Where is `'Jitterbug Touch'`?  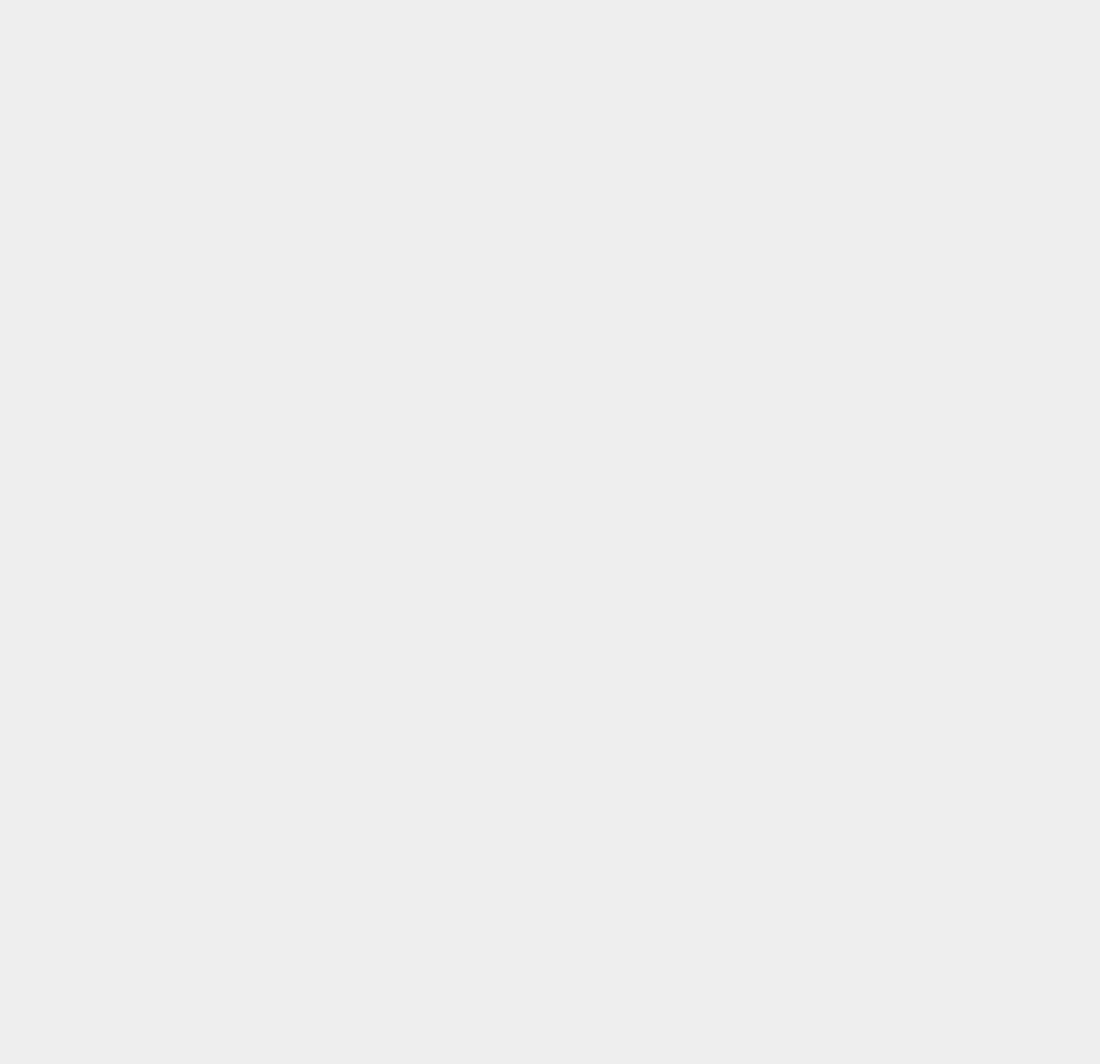
'Jitterbug Touch' is located at coordinates (825, 196).